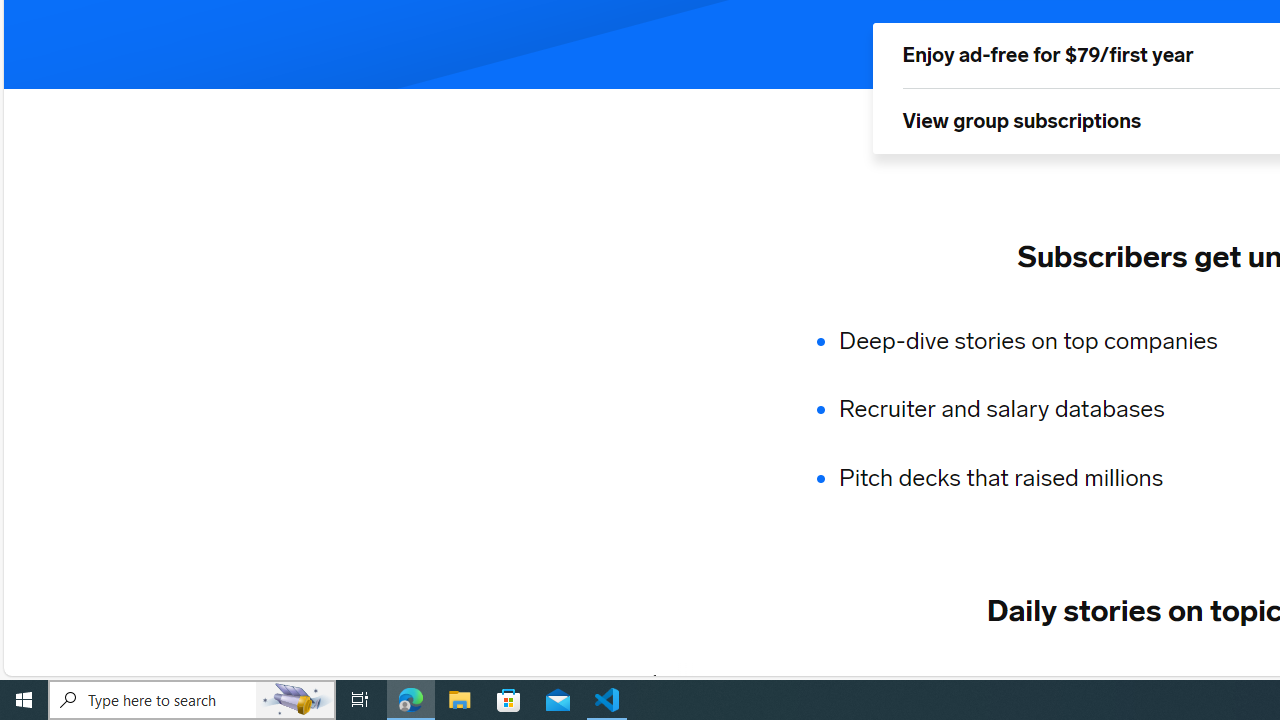  What do you see at coordinates (1040, 409) in the screenshot?
I see `'Recruiter and salary databases'` at bounding box center [1040, 409].